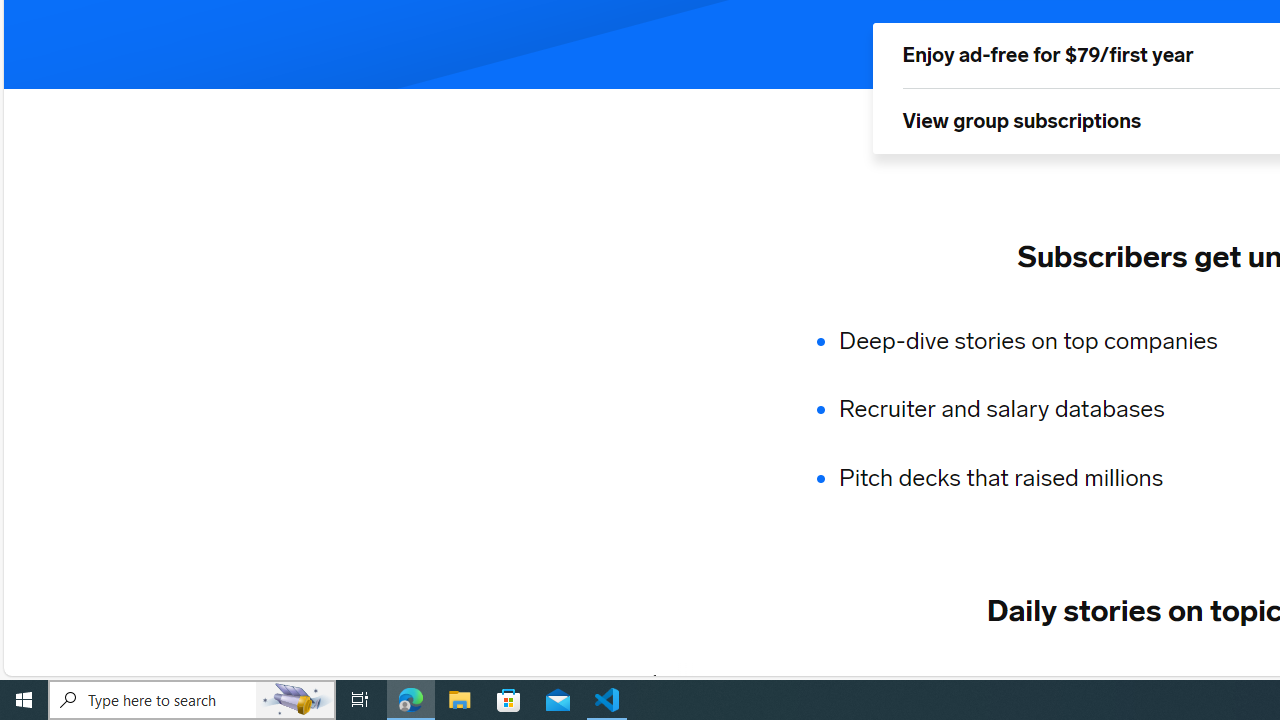  What do you see at coordinates (1040, 409) in the screenshot?
I see `'Recruiter and salary databases'` at bounding box center [1040, 409].